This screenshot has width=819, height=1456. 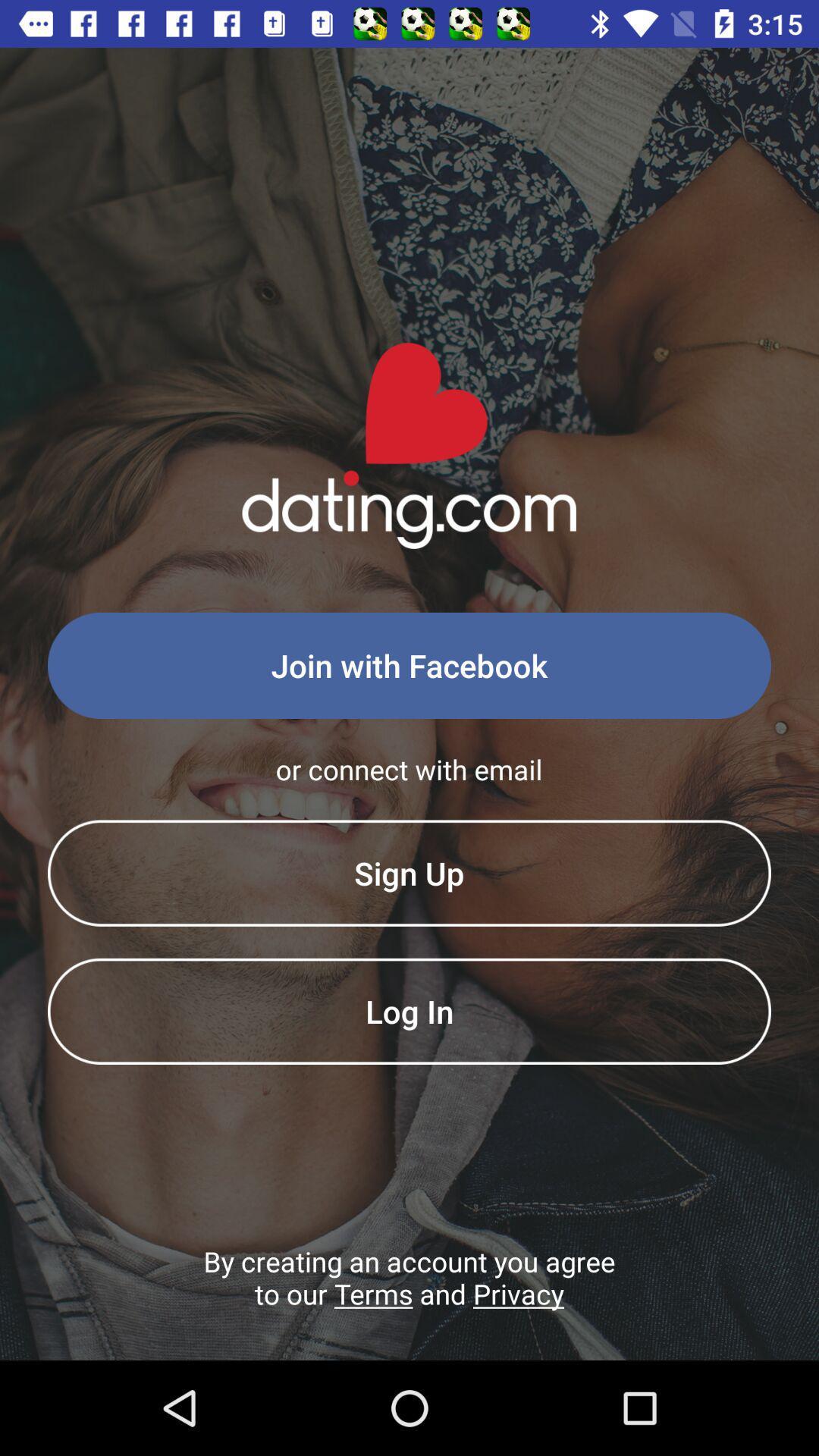 What do you see at coordinates (409, 1011) in the screenshot?
I see `log in` at bounding box center [409, 1011].